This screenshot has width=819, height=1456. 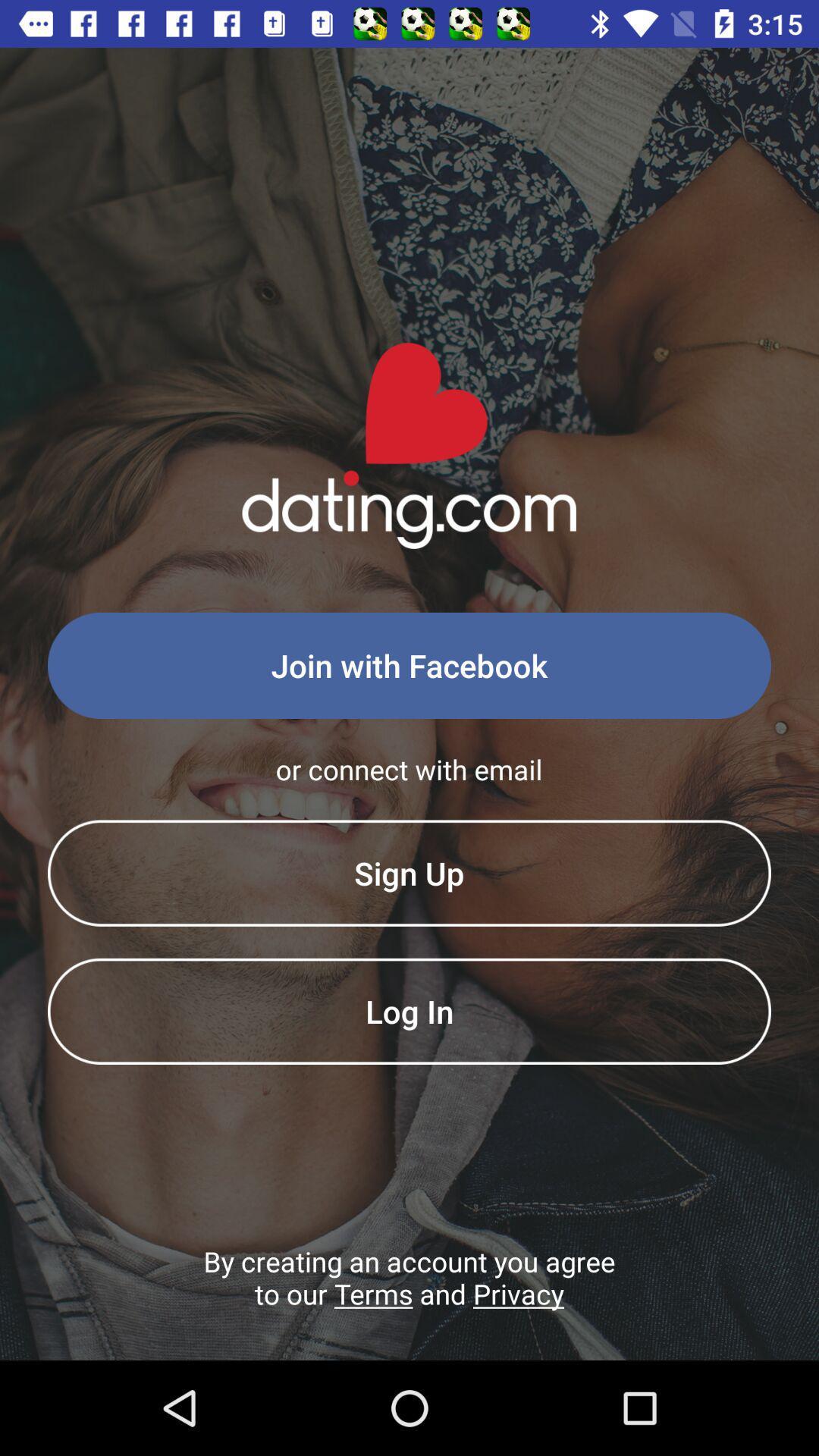 What do you see at coordinates (409, 1011) in the screenshot?
I see `log in` at bounding box center [409, 1011].